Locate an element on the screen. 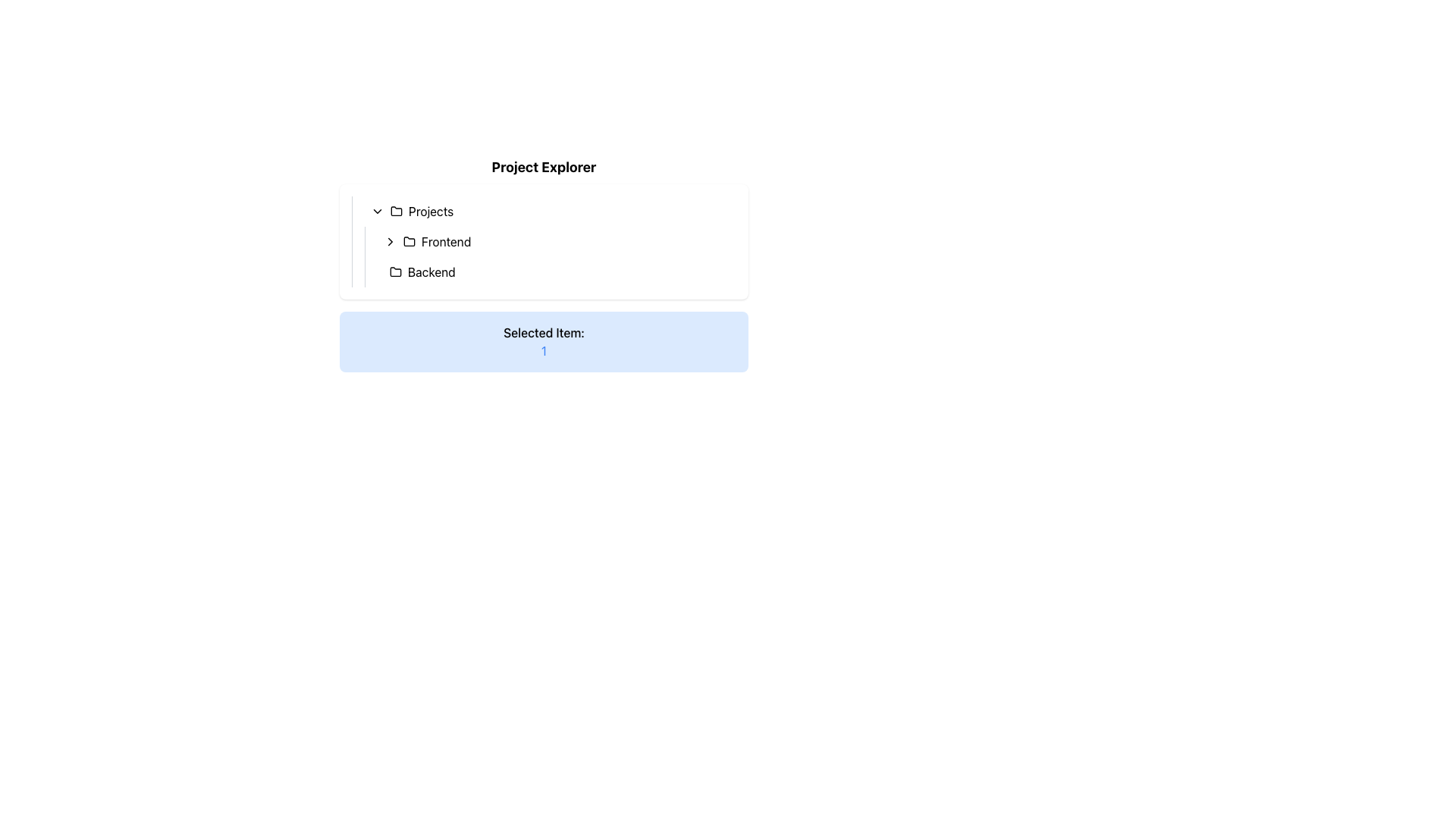  the toggle icon located at the far-left side within the Projects group is located at coordinates (378, 211).